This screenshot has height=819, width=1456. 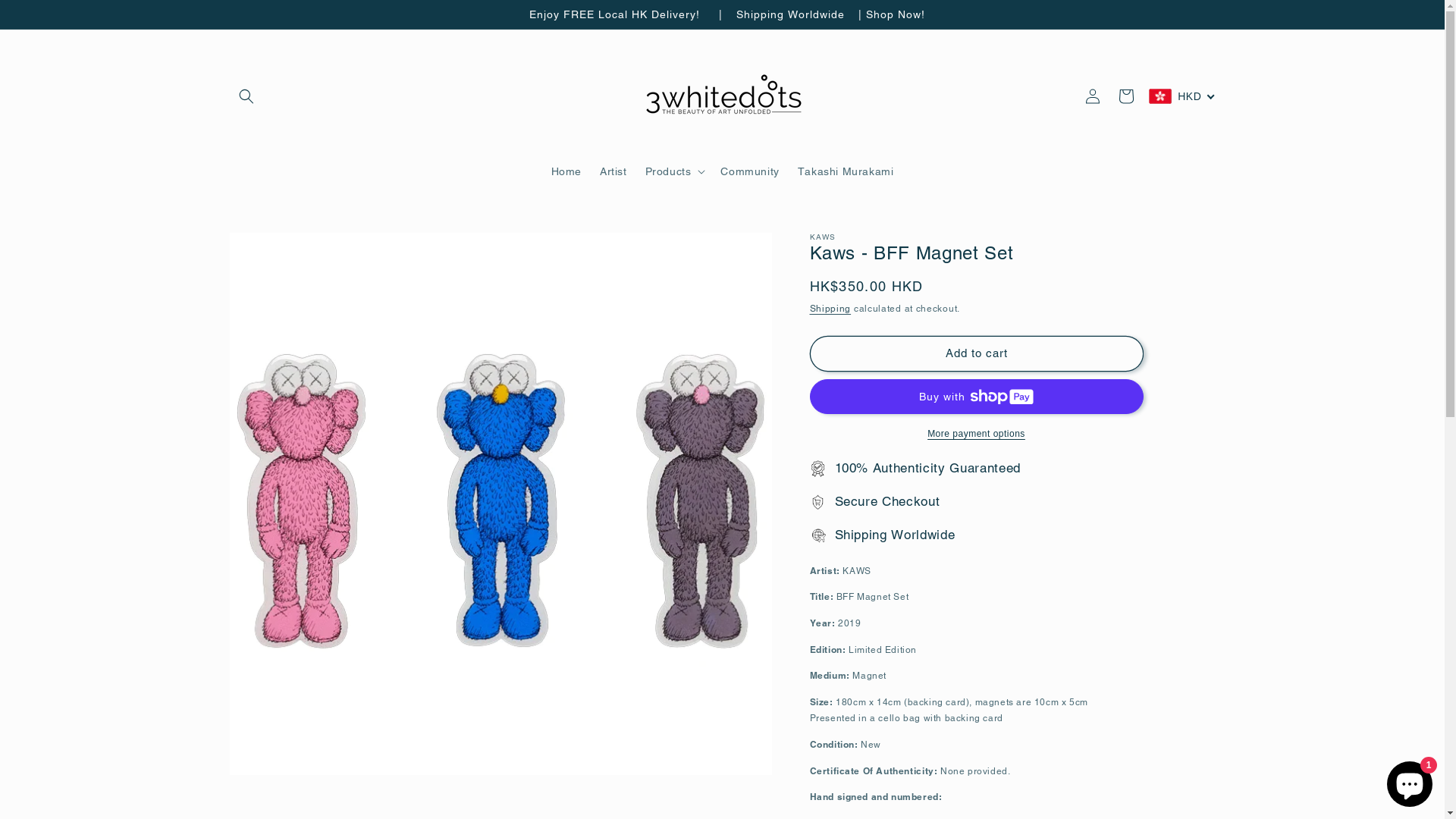 What do you see at coordinates (976, 353) in the screenshot?
I see `'Add to cart'` at bounding box center [976, 353].